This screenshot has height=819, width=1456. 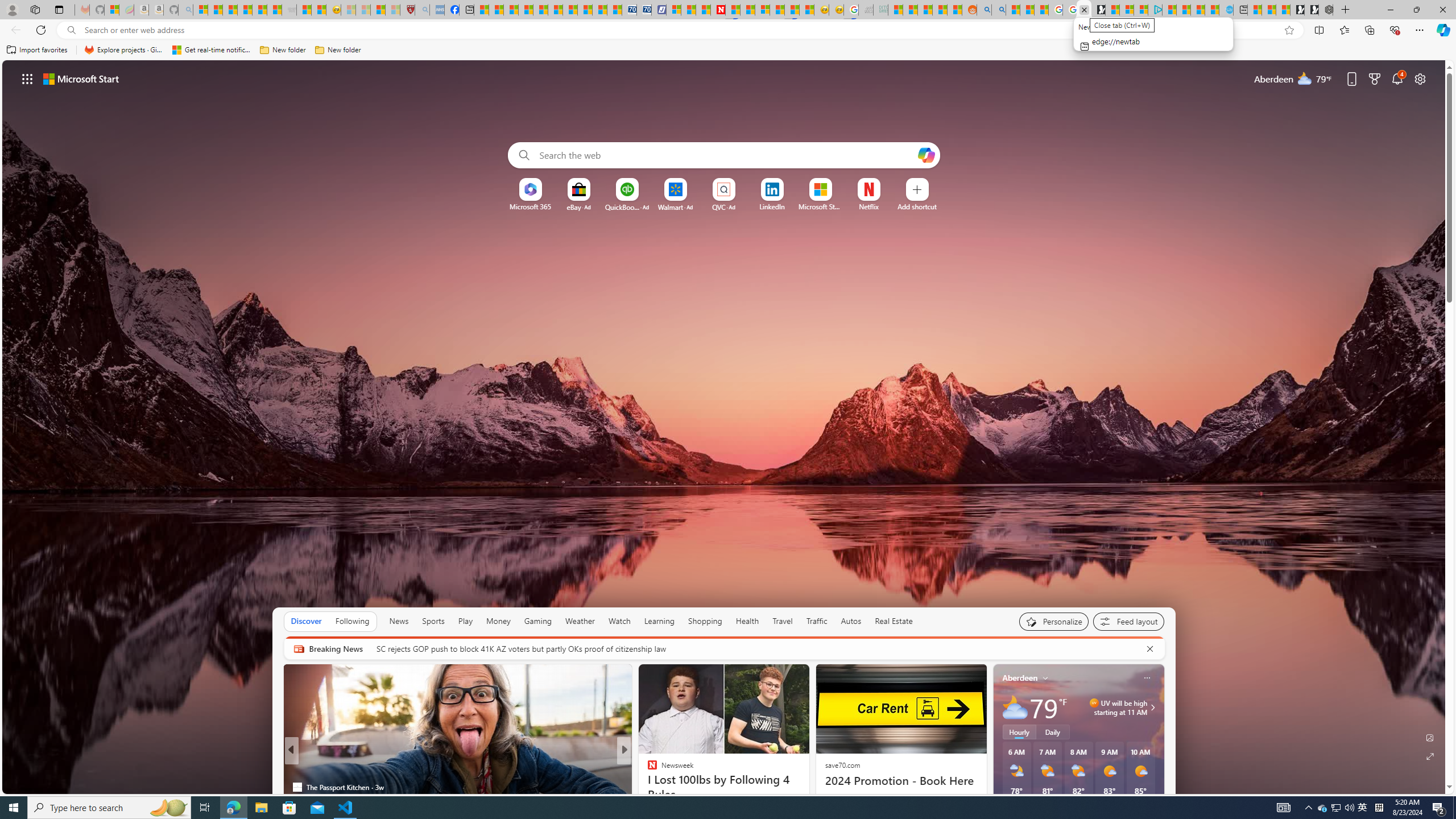 What do you see at coordinates (647, 787) in the screenshot?
I see `'Inquirer'` at bounding box center [647, 787].